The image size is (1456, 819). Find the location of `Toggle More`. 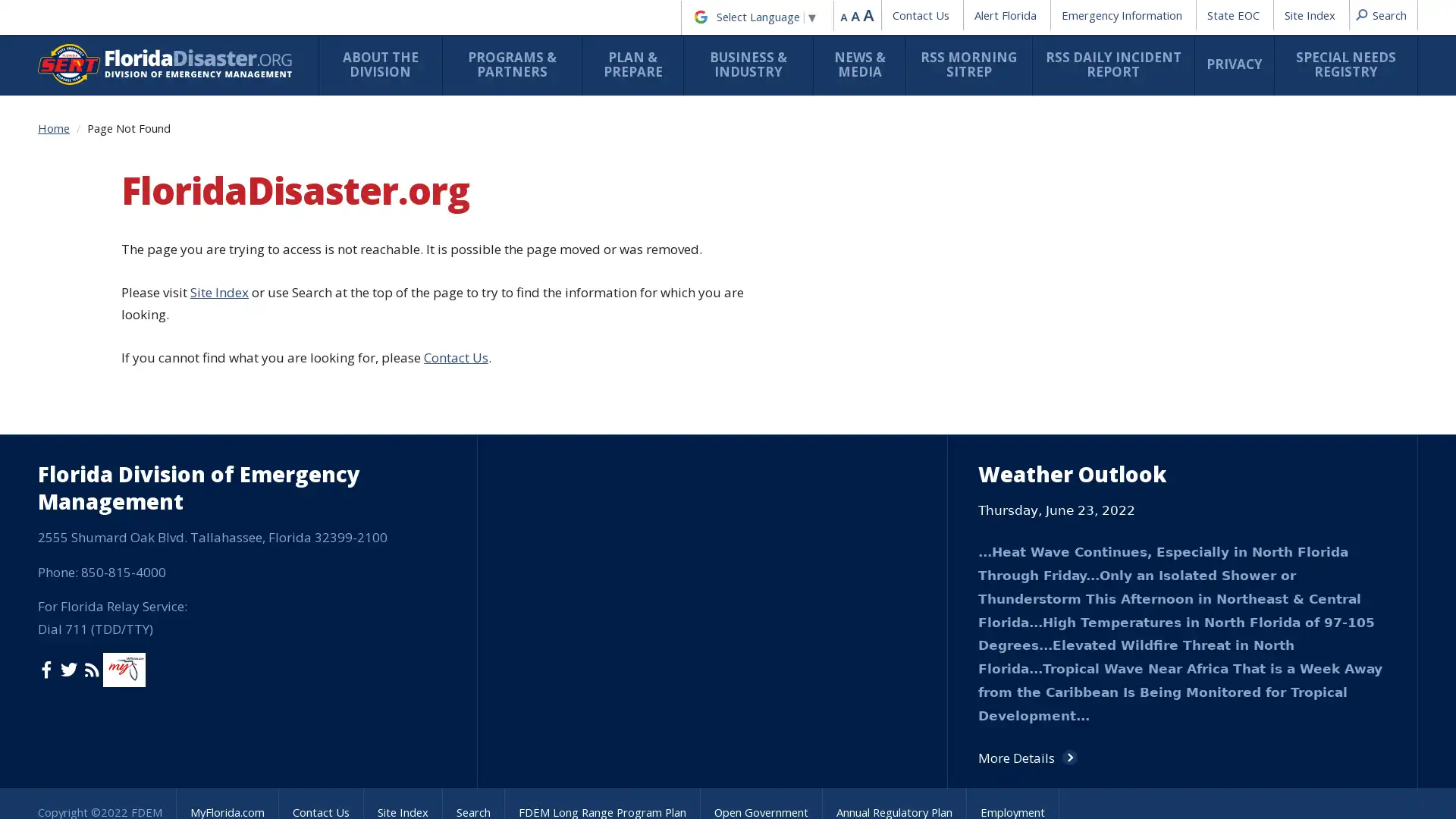

Toggle More is located at coordinates (719, 304).